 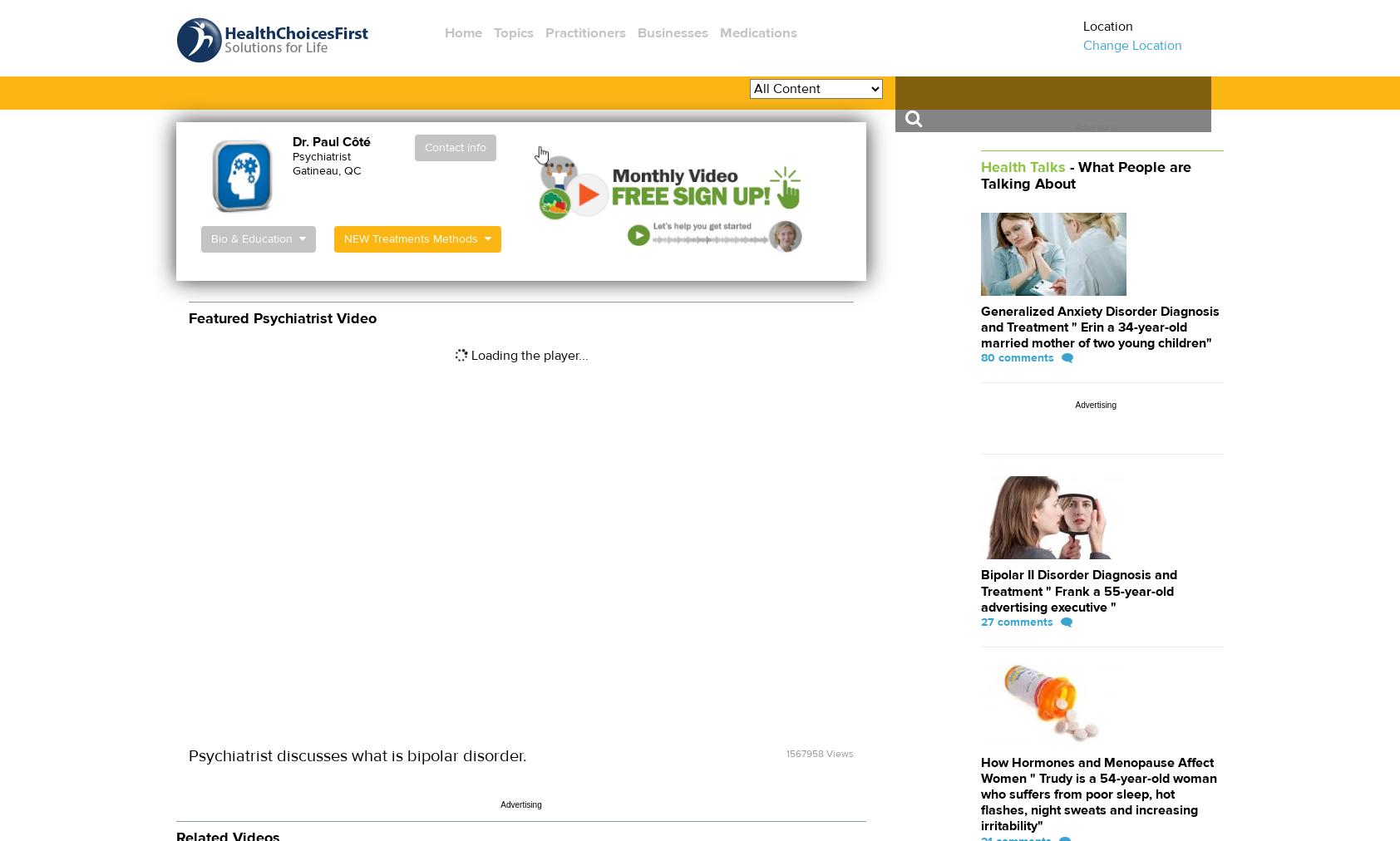 What do you see at coordinates (1016, 621) in the screenshot?
I see `'27 comments'` at bounding box center [1016, 621].